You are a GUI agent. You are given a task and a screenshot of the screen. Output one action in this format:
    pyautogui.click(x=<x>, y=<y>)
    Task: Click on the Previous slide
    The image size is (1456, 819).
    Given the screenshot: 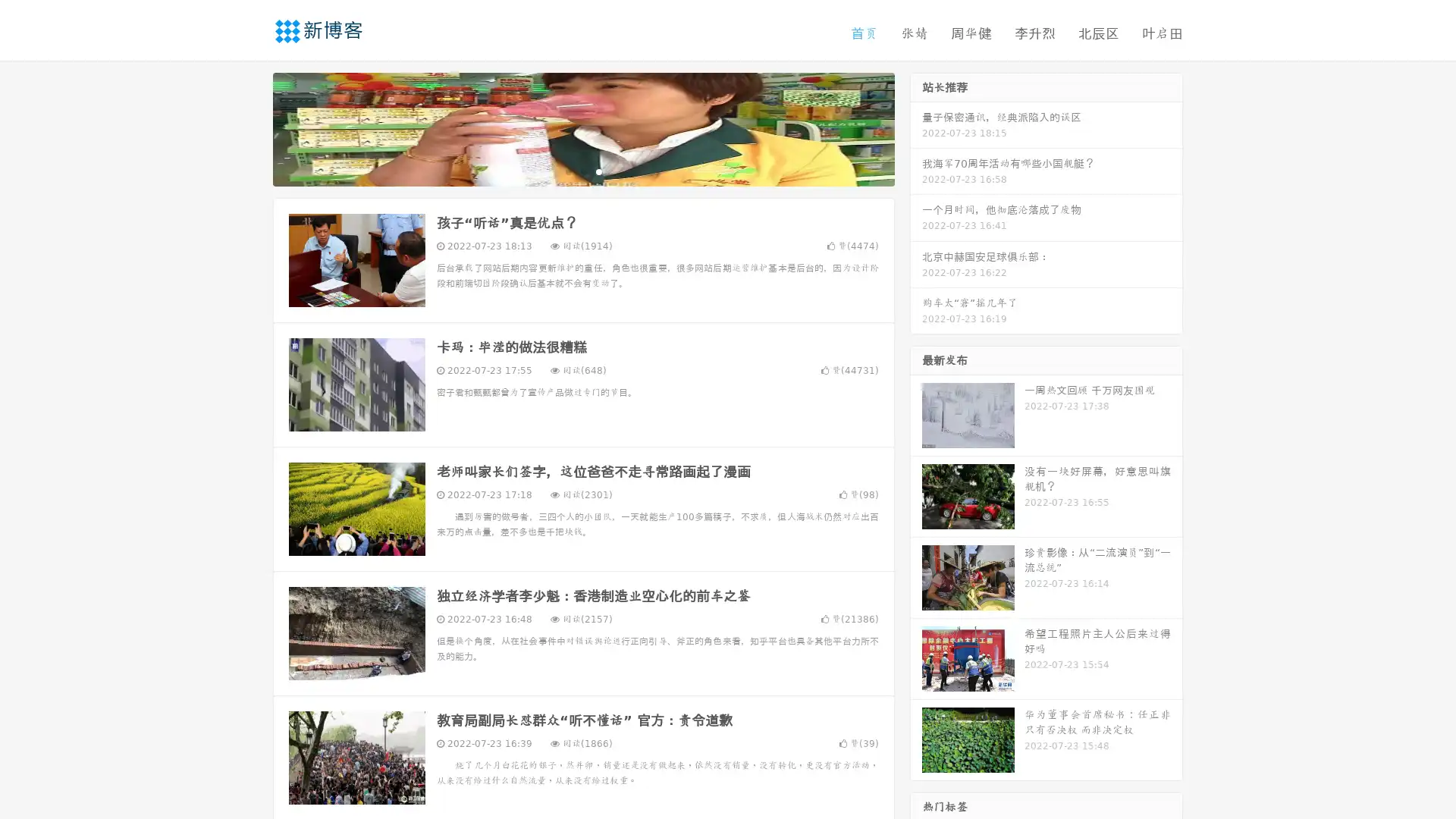 What is the action you would take?
    pyautogui.click(x=250, y=127)
    